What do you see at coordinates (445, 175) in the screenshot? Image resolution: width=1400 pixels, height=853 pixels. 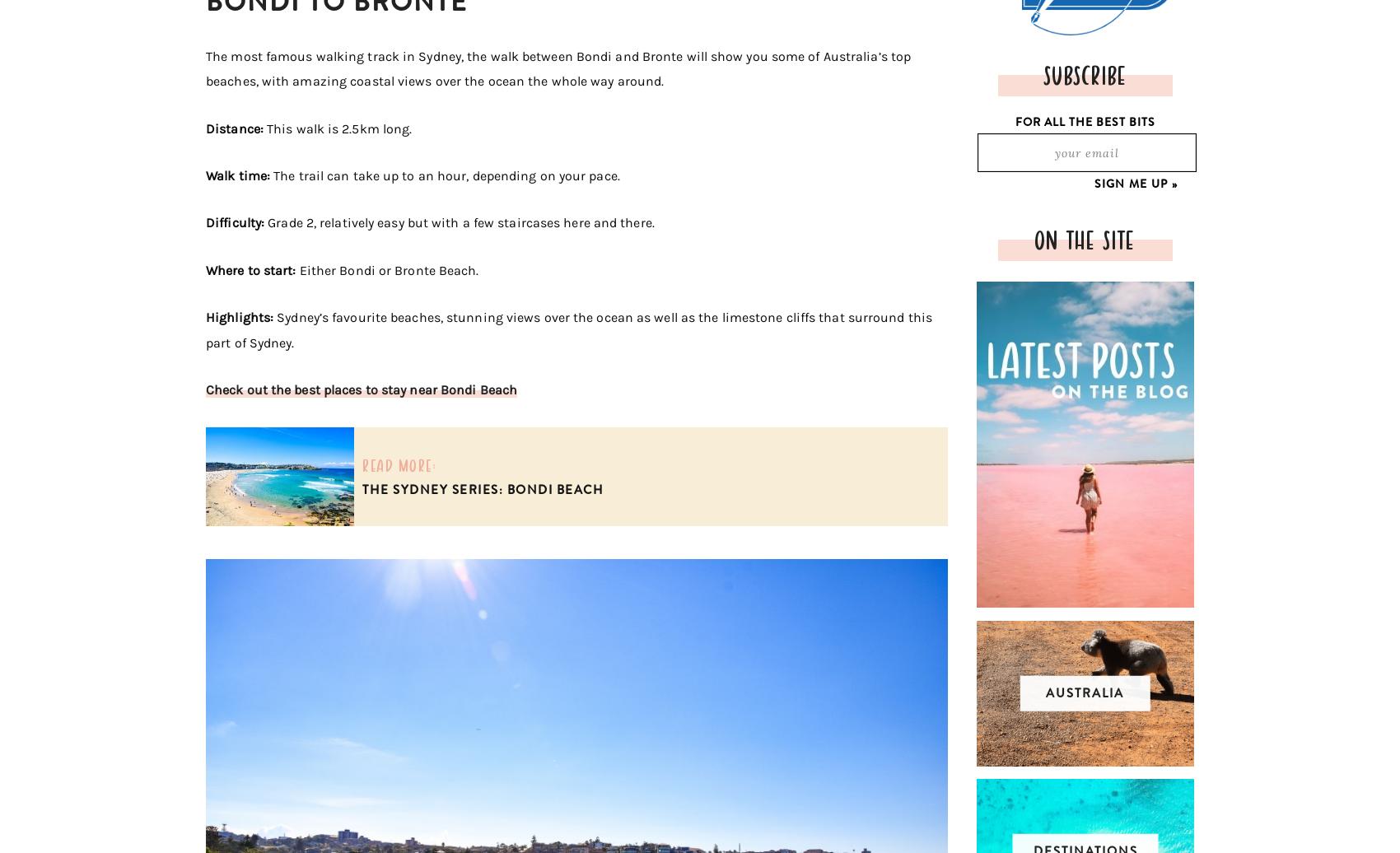 I see `'The trail can take up to an hour, depending on your pace.'` at bounding box center [445, 175].